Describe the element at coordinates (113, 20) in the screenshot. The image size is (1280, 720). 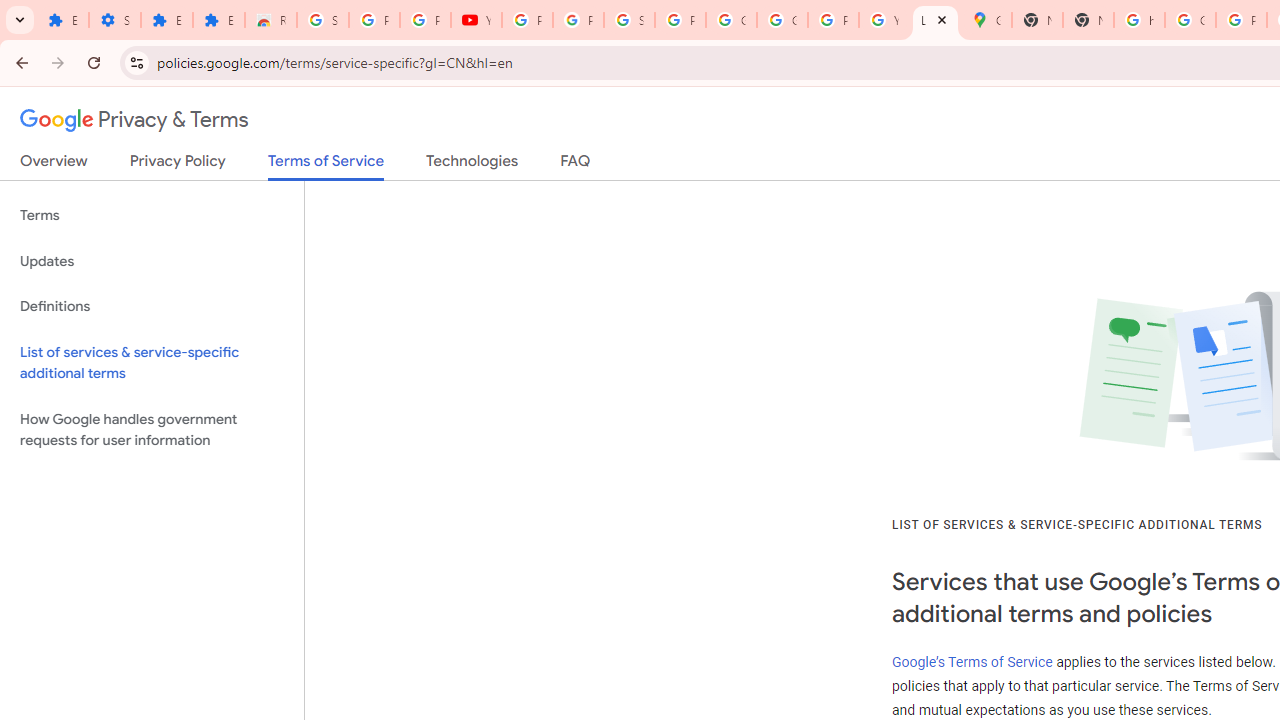
I see `'Settings'` at that location.